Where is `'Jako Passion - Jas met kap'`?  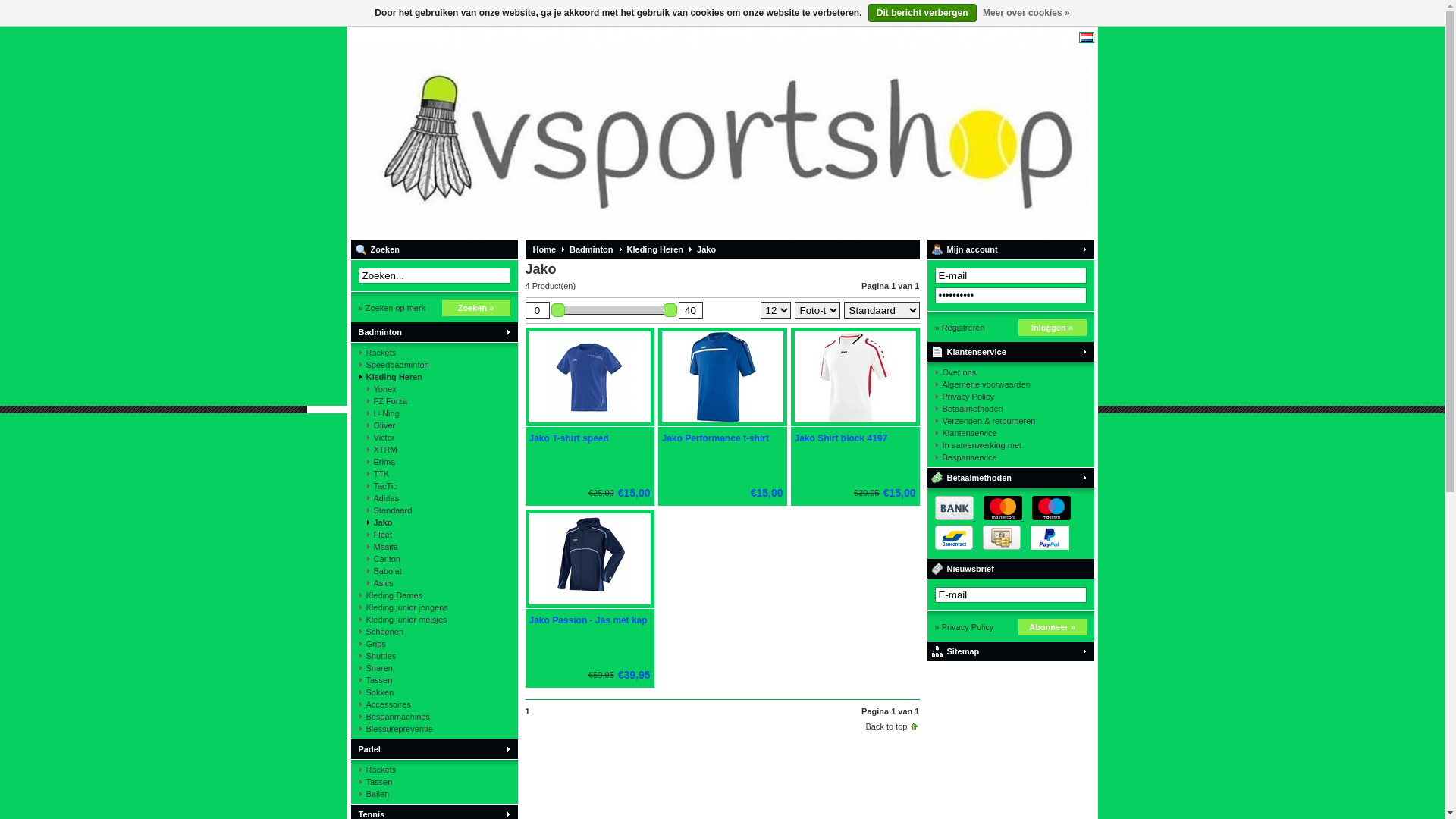 'Jako Passion - Jas met kap' is located at coordinates (529, 620).